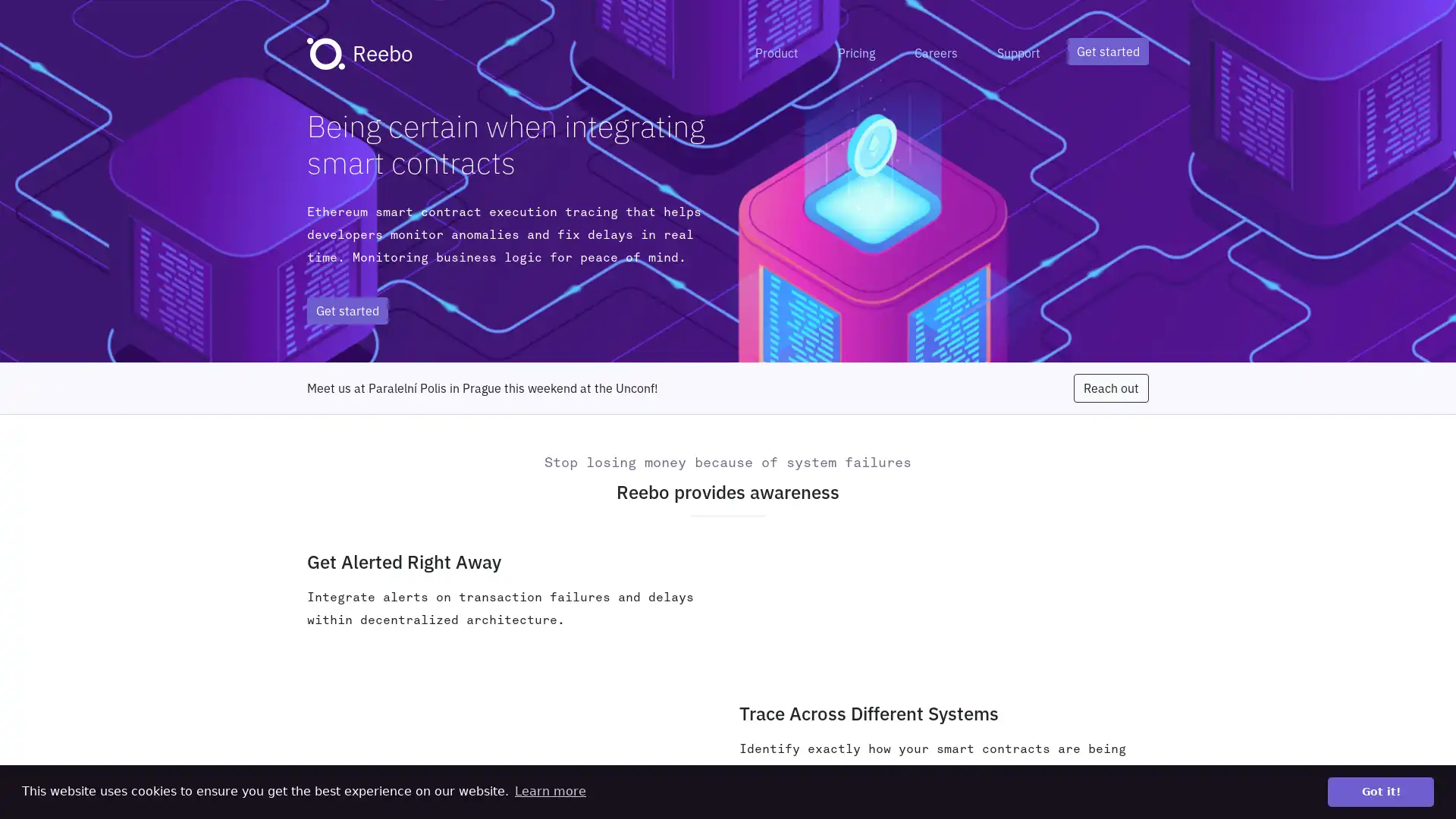 Image resolution: width=1456 pixels, height=819 pixels. What do you see at coordinates (1108, 51) in the screenshot?
I see `Get started` at bounding box center [1108, 51].